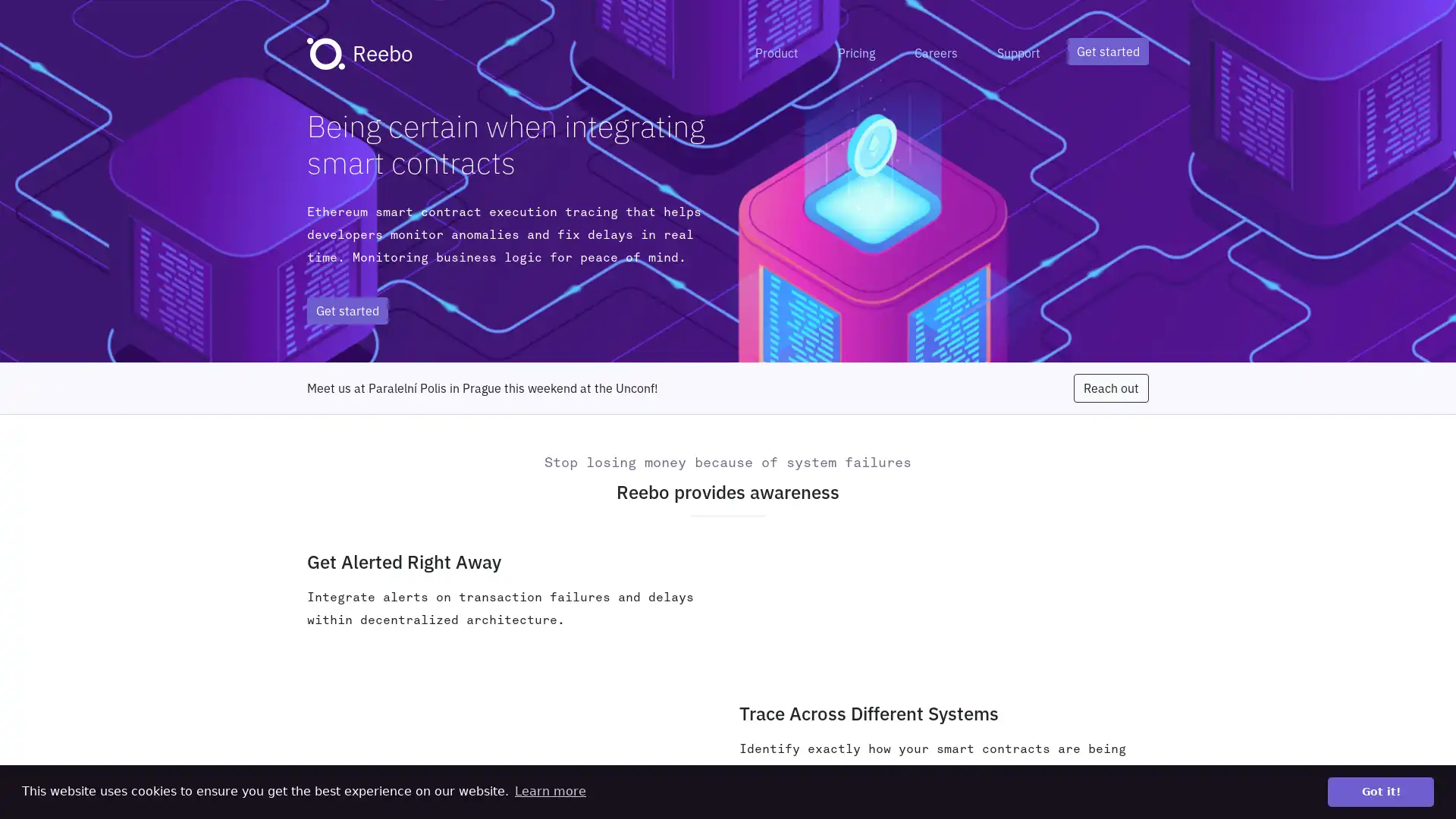 Image resolution: width=1456 pixels, height=819 pixels. What do you see at coordinates (1108, 51) in the screenshot?
I see `Get started` at bounding box center [1108, 51].